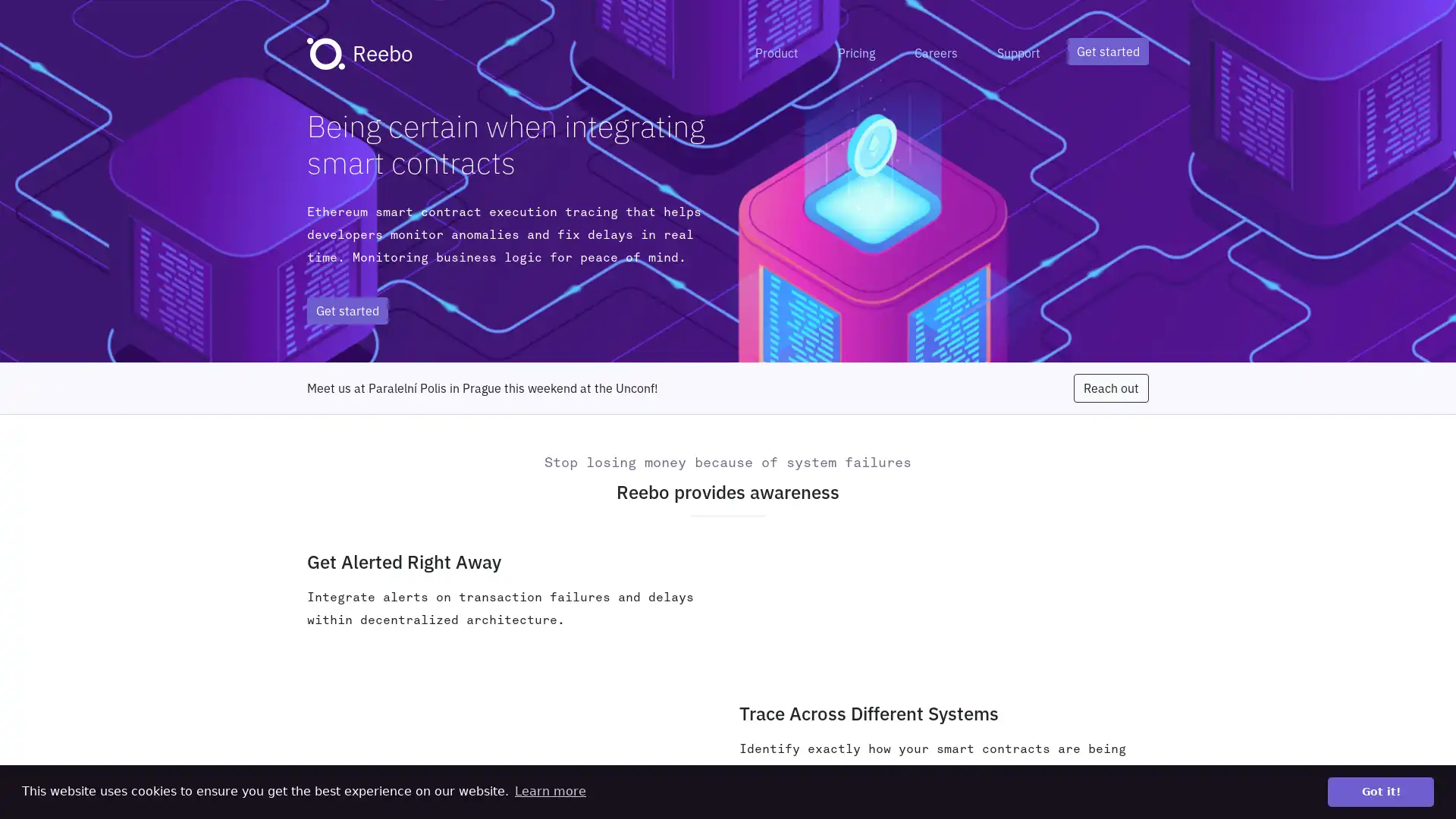 Image resolution: width=1456 pixels, height=819 pixels. What do you see at coordinates (1108, 51) in the screenshot?
I see `Get started` at bounding box center [1108, 51].